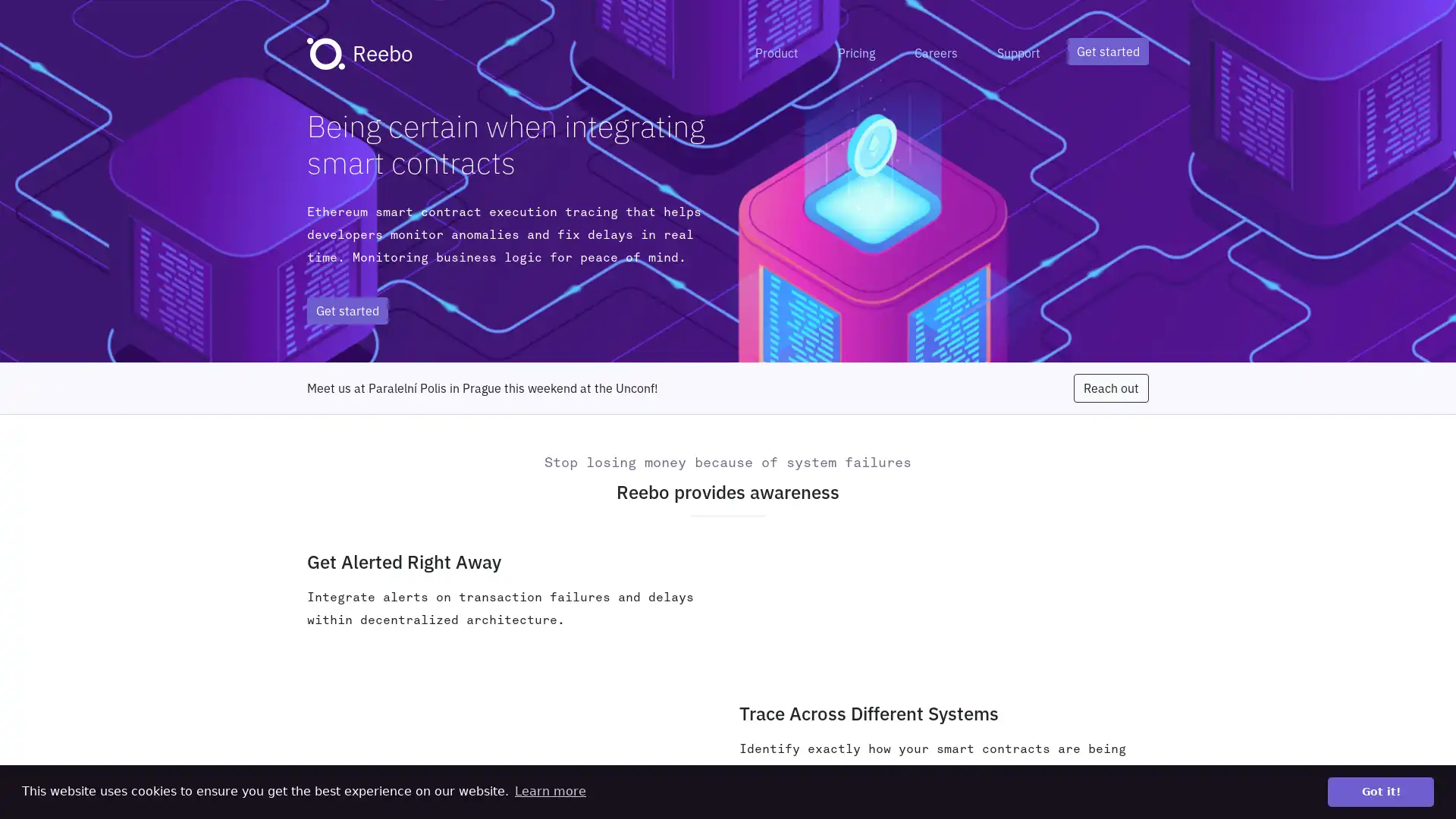 Image resolution: width=1456 pixels, height=819 pixels. What do you see at coordinates (1108, 51) in the screenshot?
I see `Get started` at bounding box center [1108, 51].